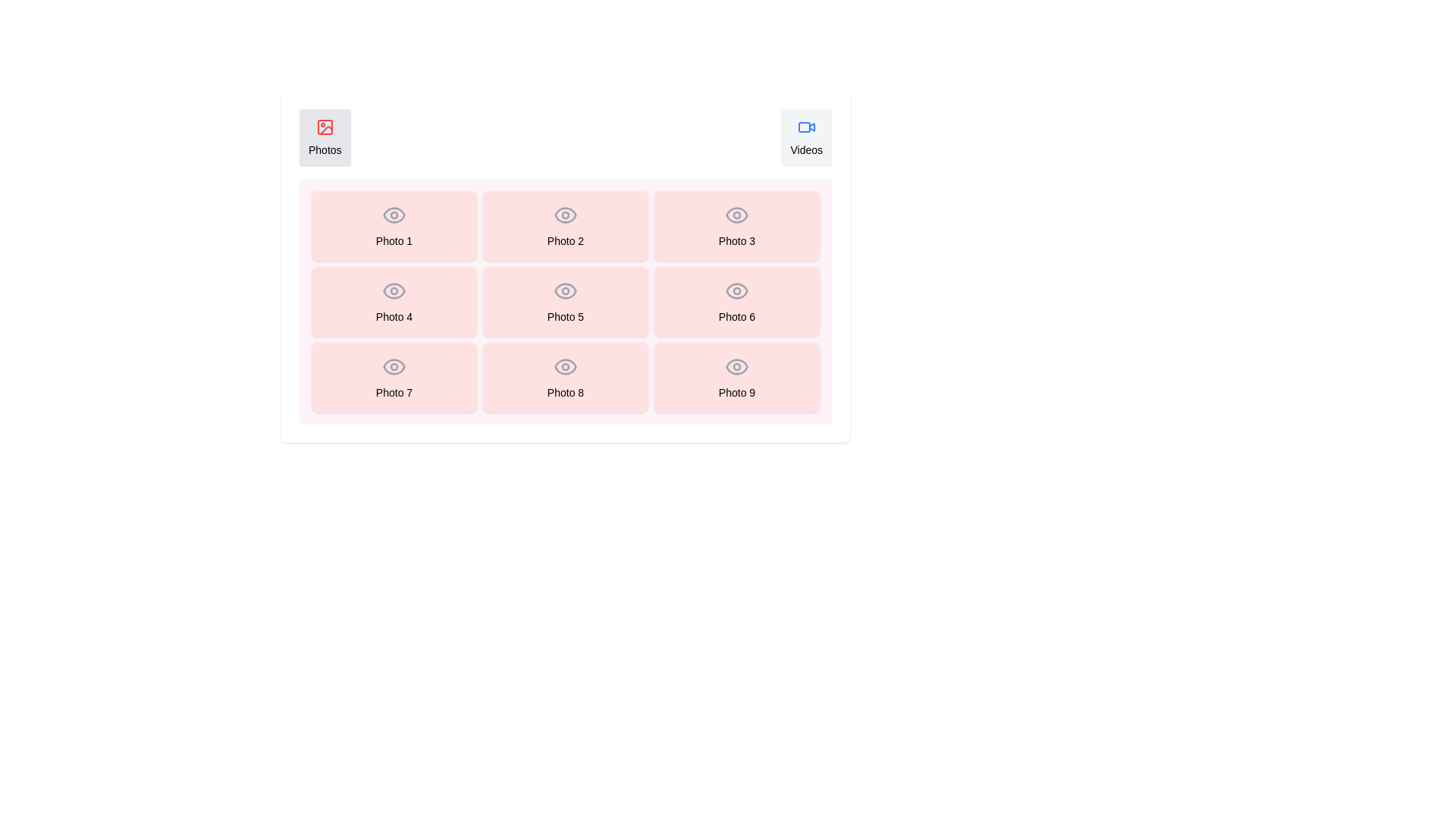  Describe the element at coordinates (806, 137) in the screenshot. I see `the tab button labeled Videos` at that location.